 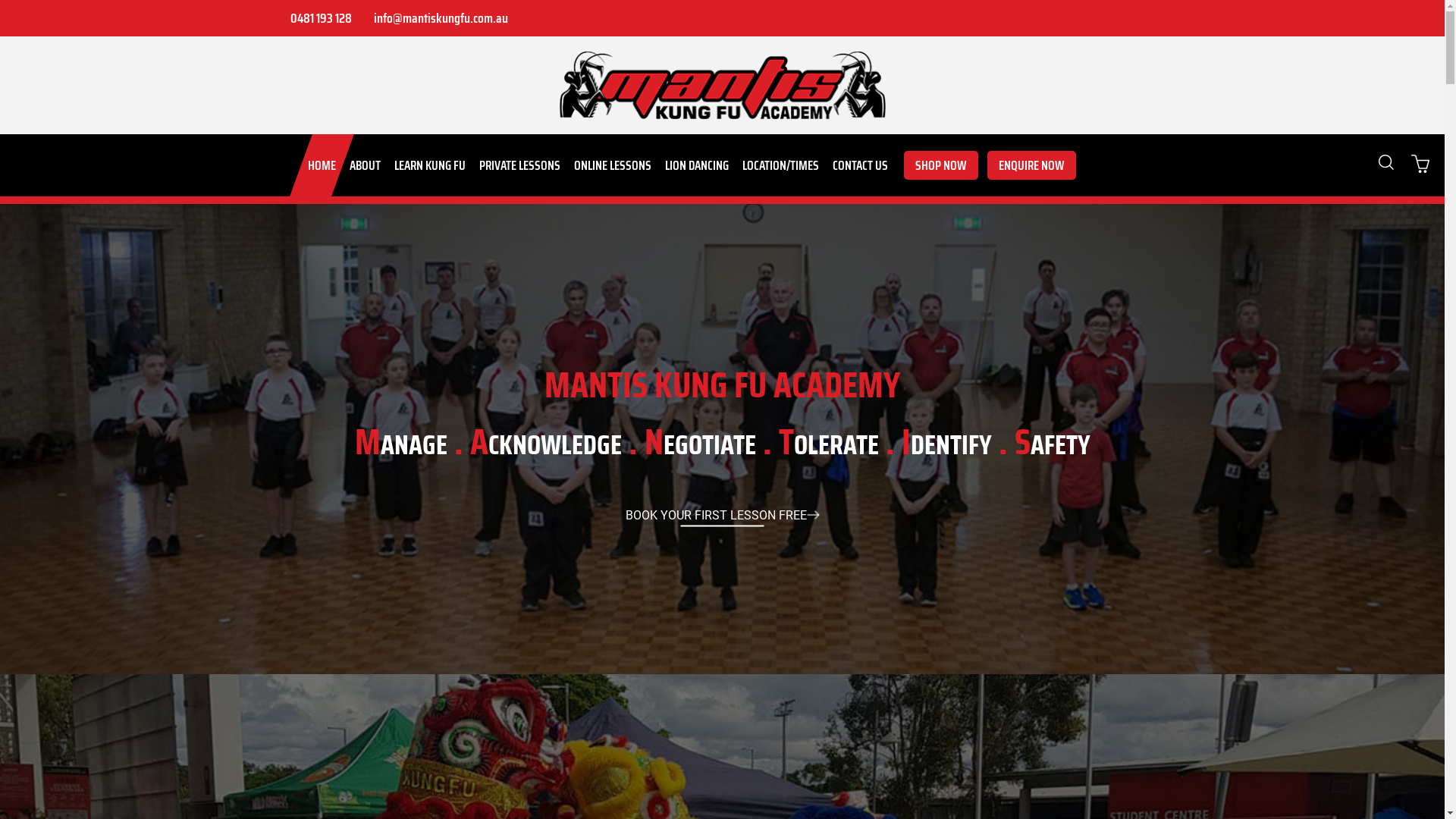 I want to click on 'ONLINE LESSONS', so click(x=612, y=165).